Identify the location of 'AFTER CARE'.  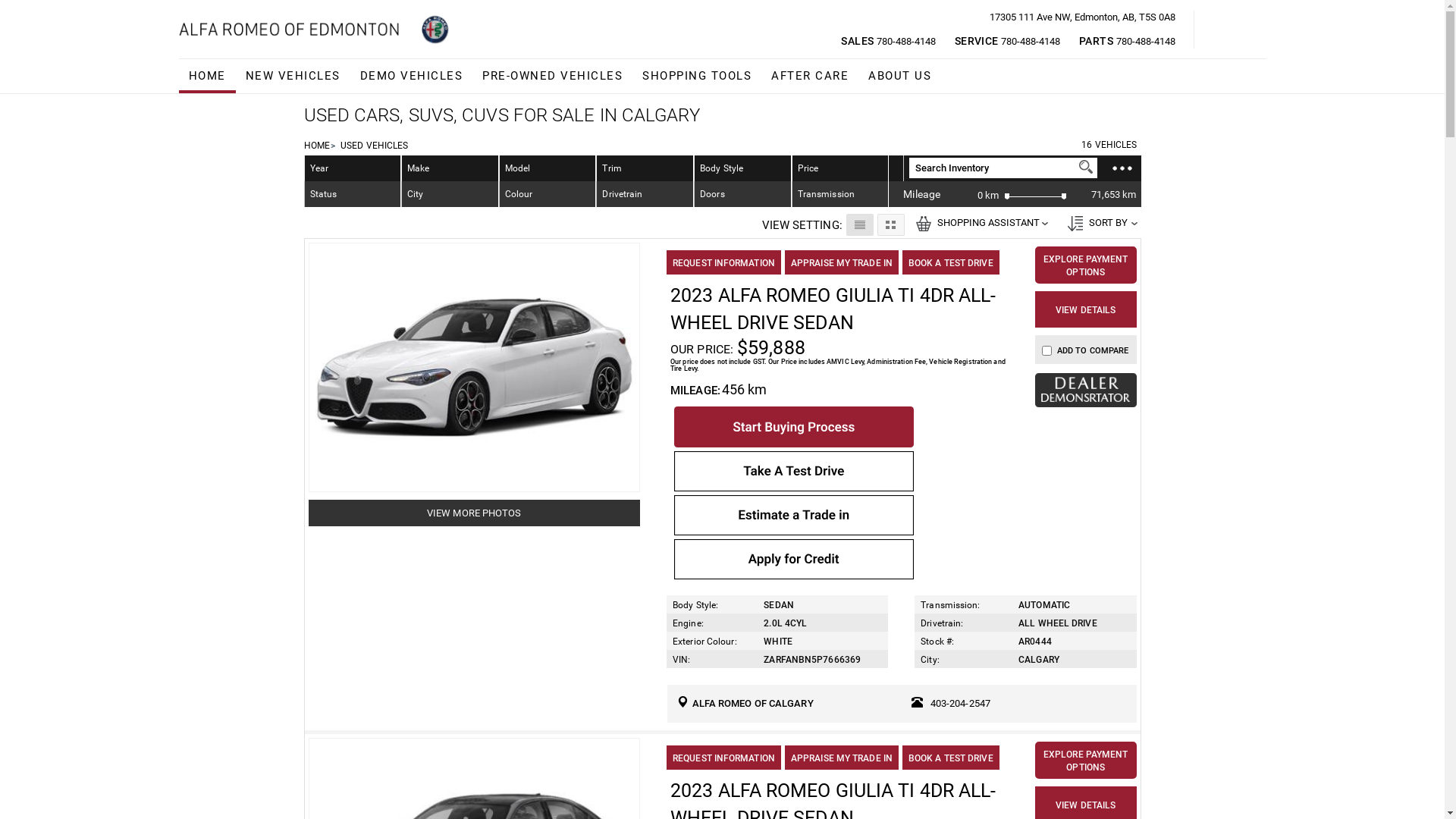
(761, 76).